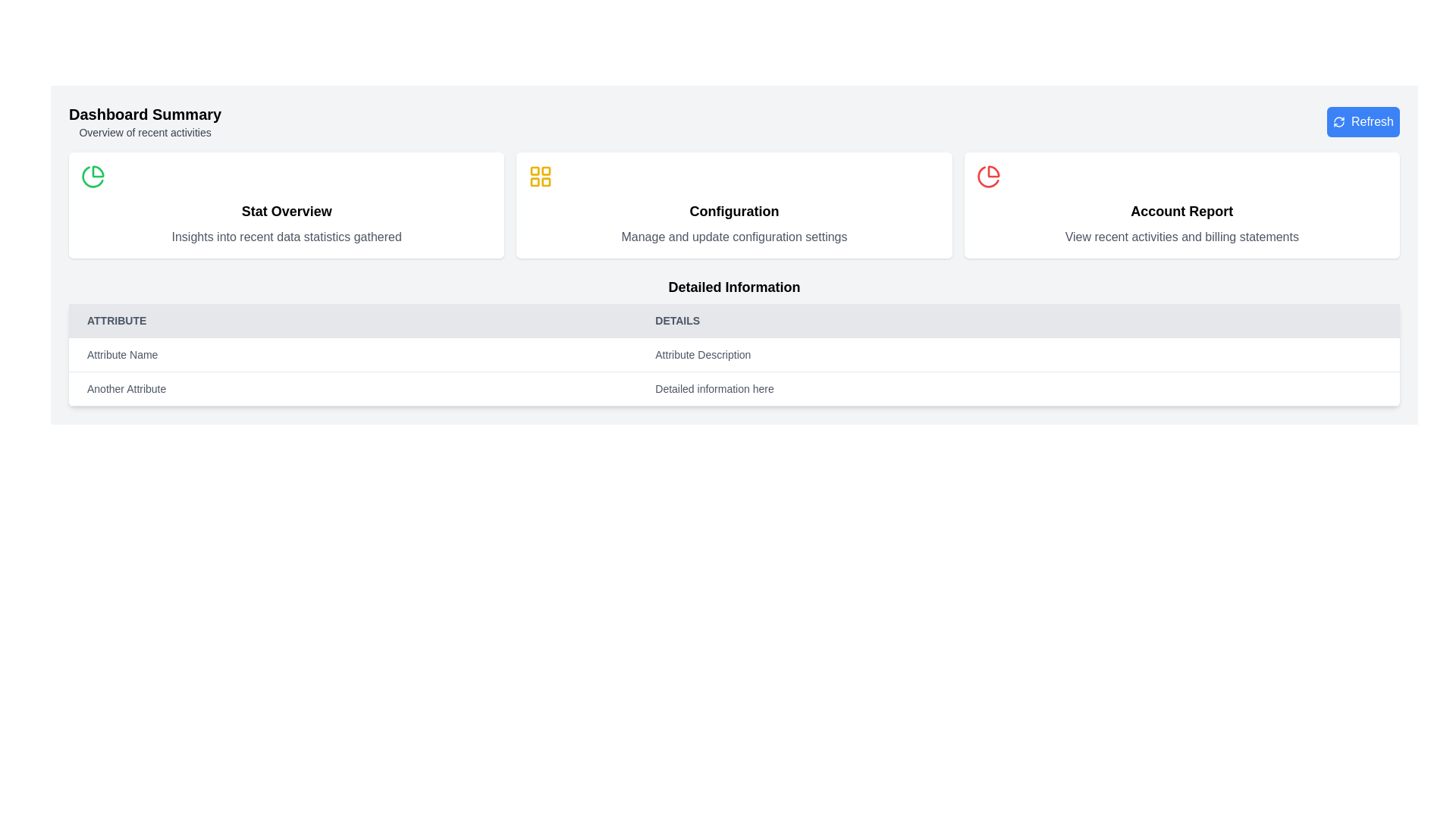 Image resolution: width=1456 pixels, height=819 pixels. Describe the element at coordinates (734, 287) in the screenshot. I see `the prominent textual header with the content 'Detailed Information', which is styled in a large, bold font and positioned above a detailed table` at that location.